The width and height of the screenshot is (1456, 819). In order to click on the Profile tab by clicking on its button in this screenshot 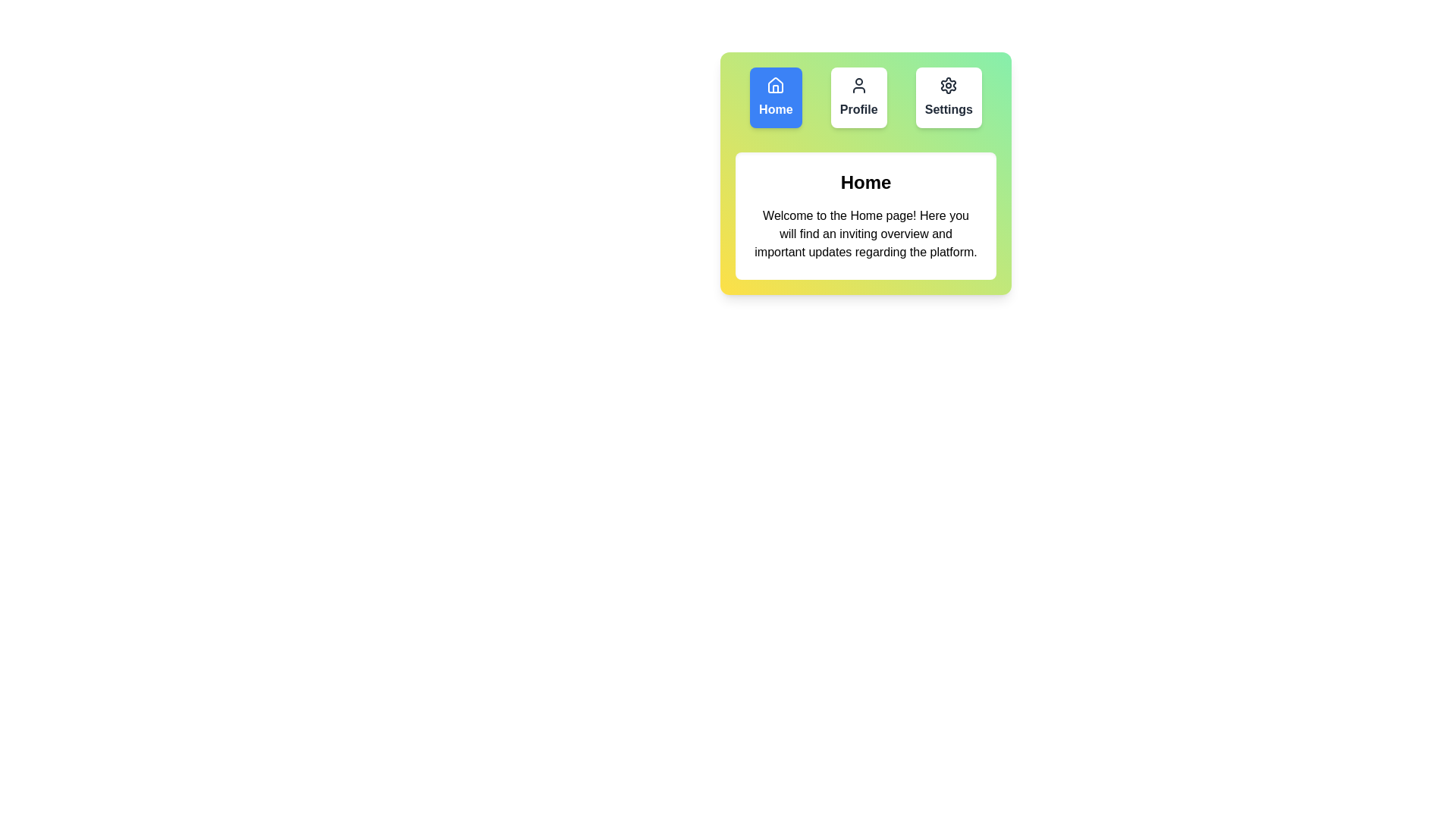, I will do `click(858, 97)`.